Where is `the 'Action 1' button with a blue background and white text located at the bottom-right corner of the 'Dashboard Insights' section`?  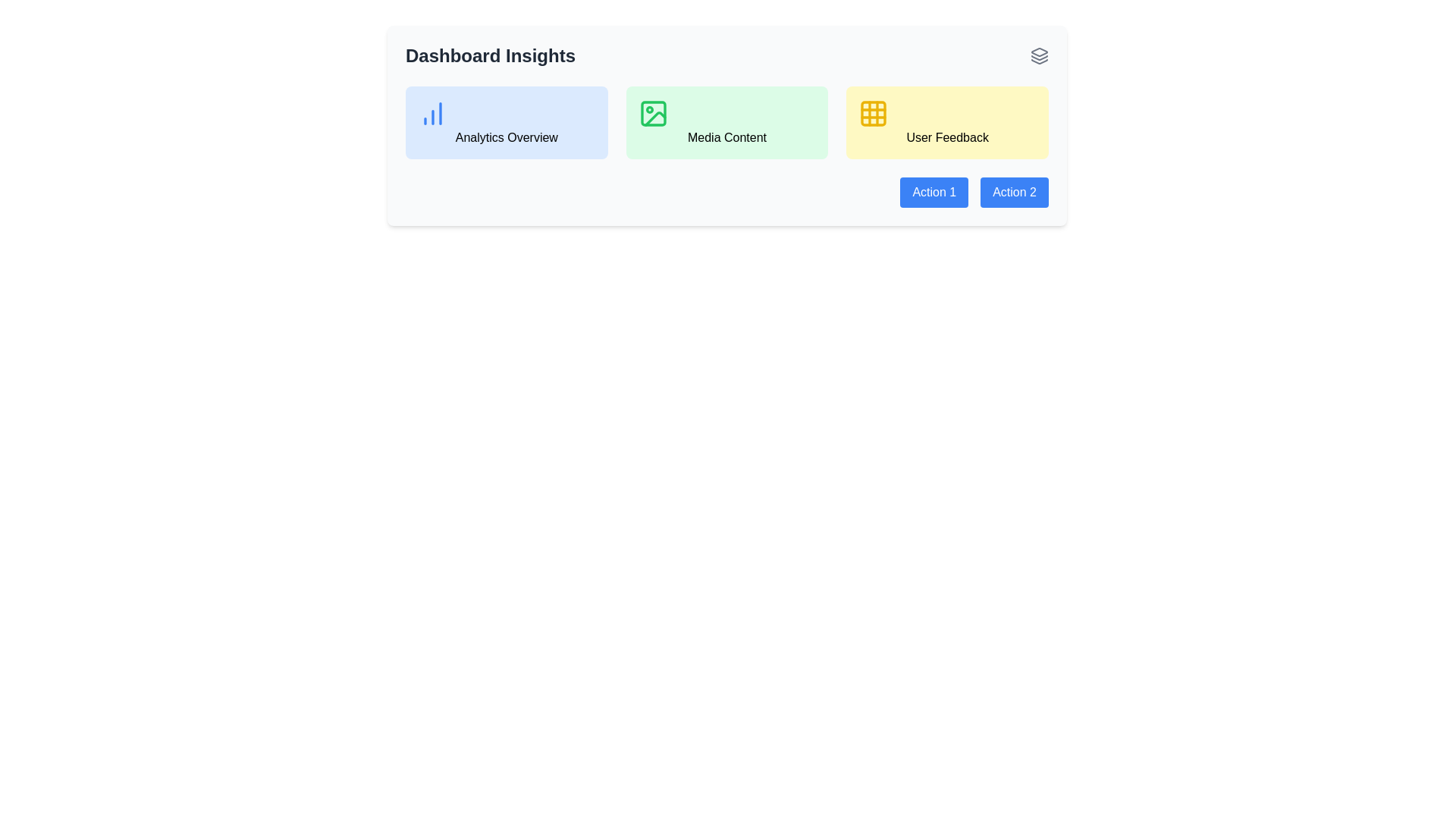 the 'Action 1' button with a blue background and white text located at the bottom-right corner of the 'Dashboard Insights' section is located at coordinates (934, 192).